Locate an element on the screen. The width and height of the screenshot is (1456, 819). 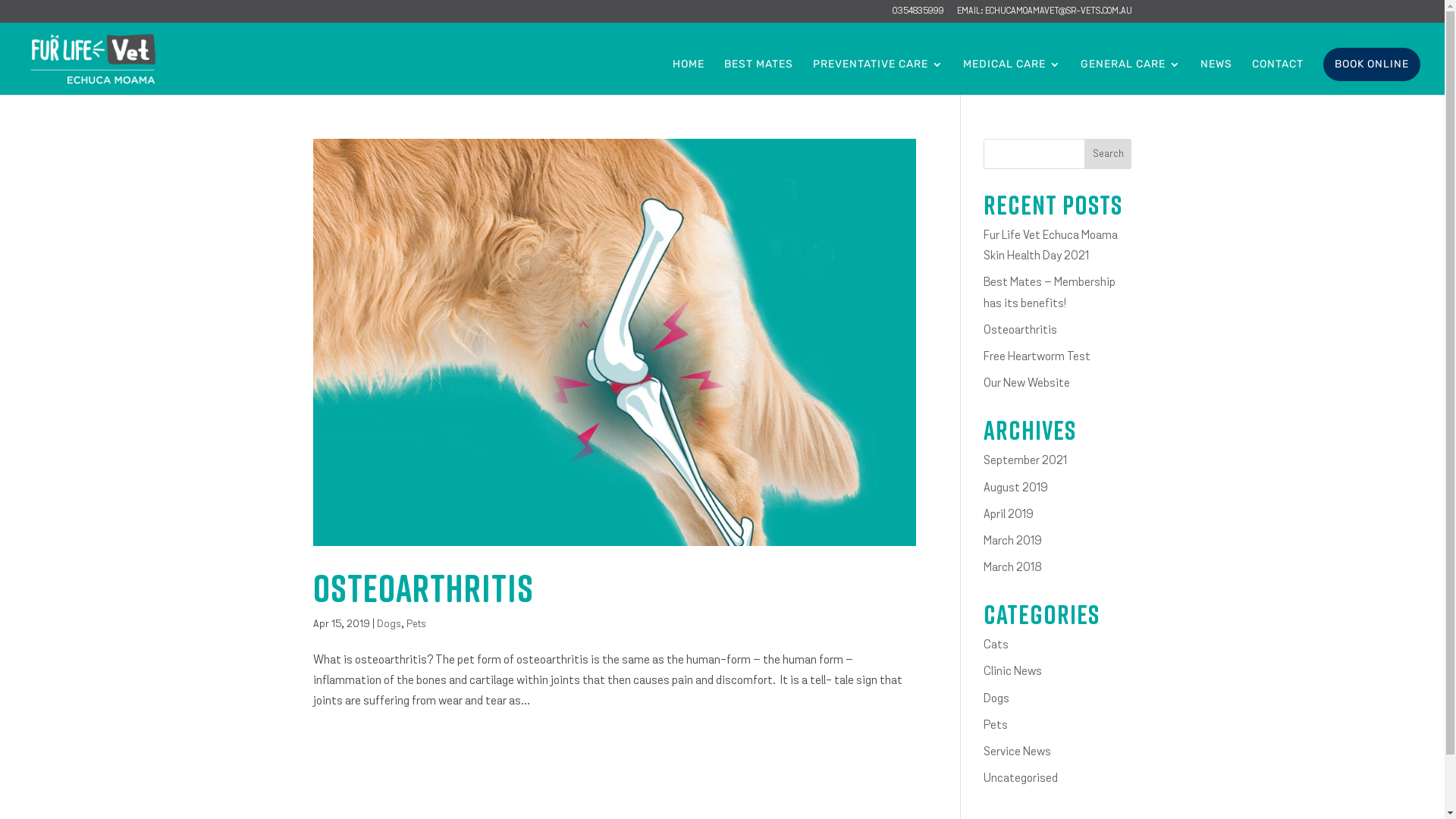
'September 2021' is located at coordinates (1025, 460).